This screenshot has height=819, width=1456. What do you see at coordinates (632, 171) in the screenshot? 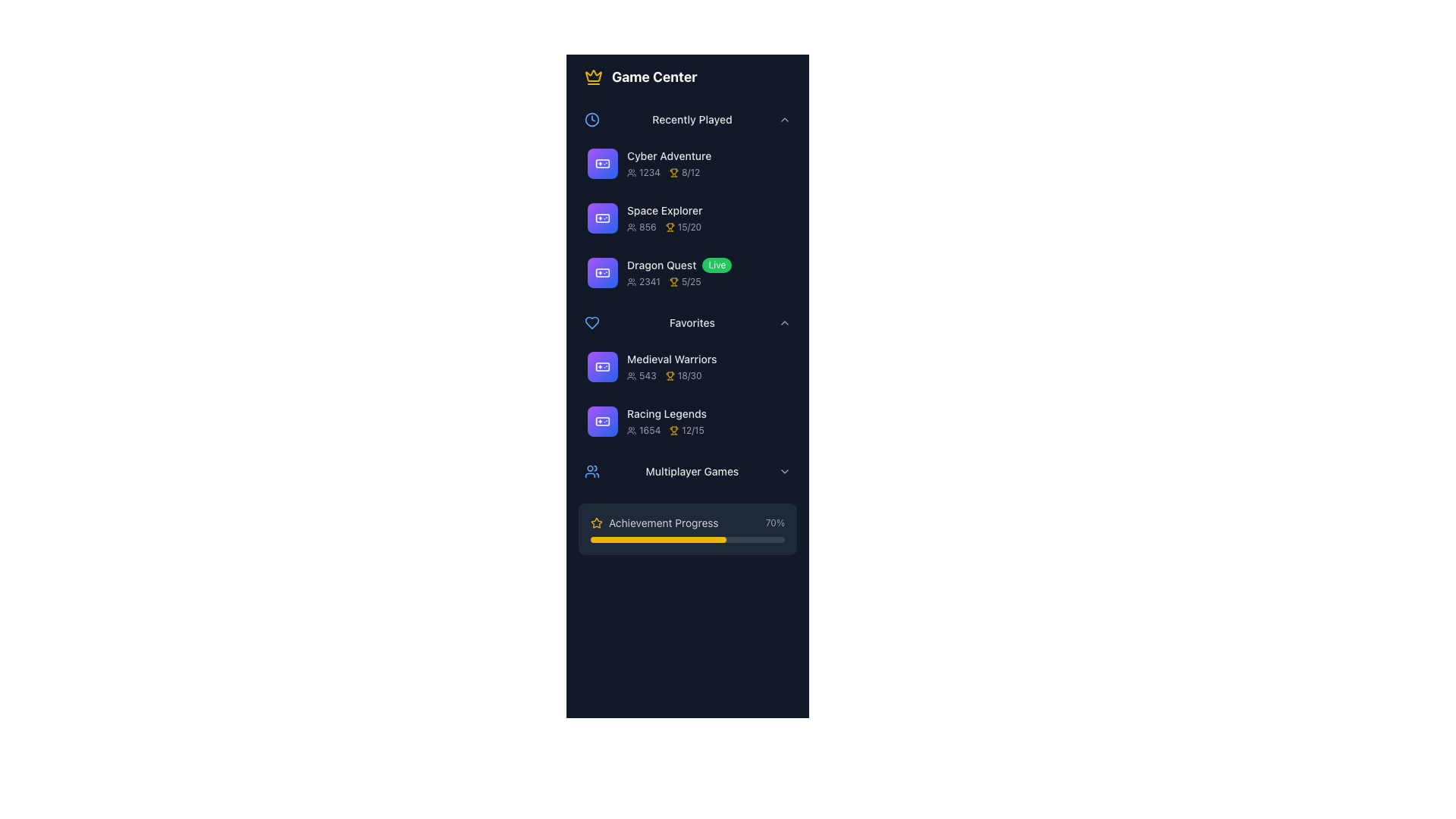
I see `the text indicating the number of users associated with the 'Cyber Adventure' game, located next to the user symbol icon in the 'Recently Played' section` at bounding box center [632, 171].